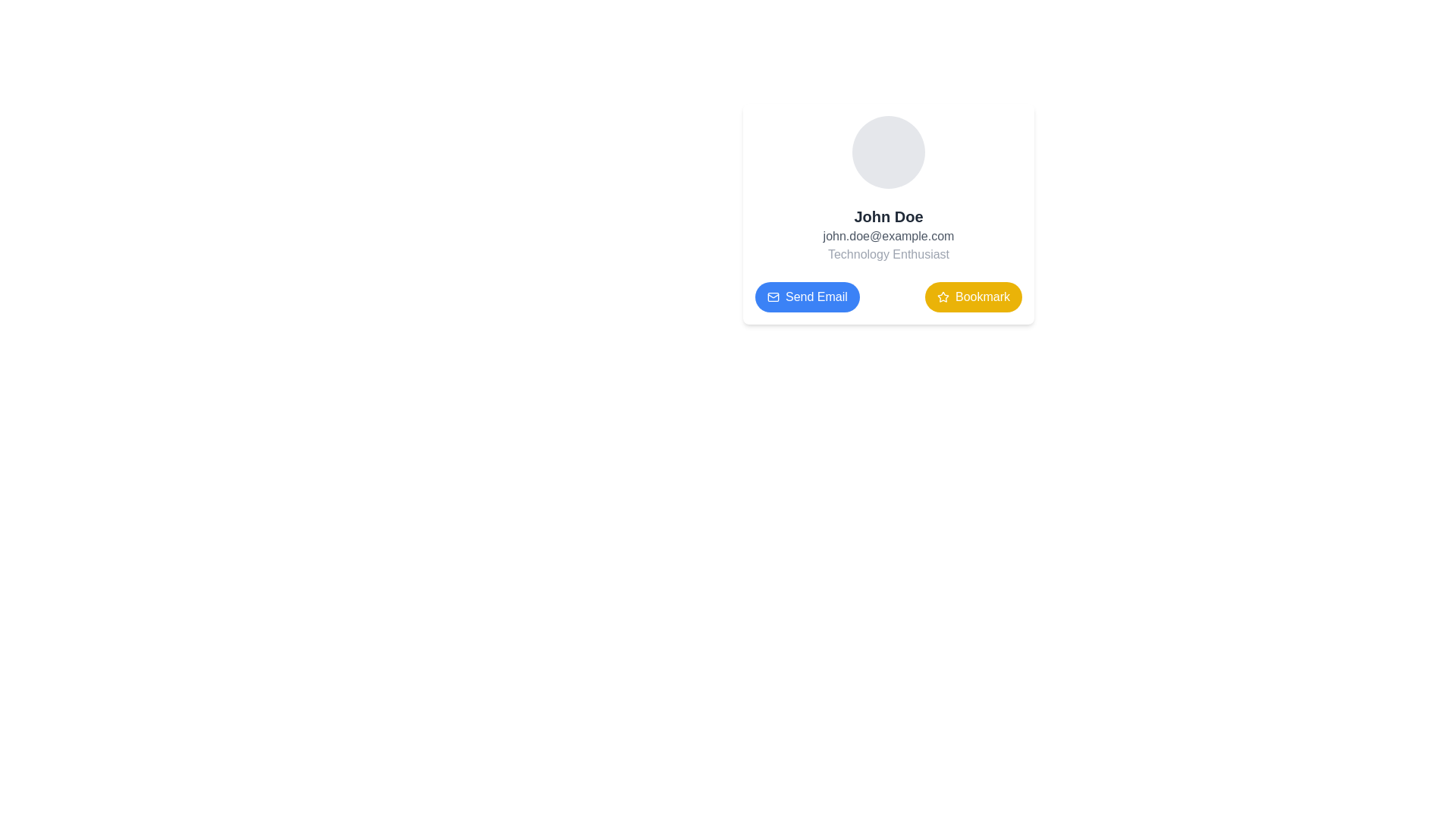 Image resolution: width=1456 pixels, height=819 pixels. I want to click on the static text element displaying the email address associated with the profile information, located directly below 'John Doe' and above 'Technology Enthusiast', so click(888, 237).